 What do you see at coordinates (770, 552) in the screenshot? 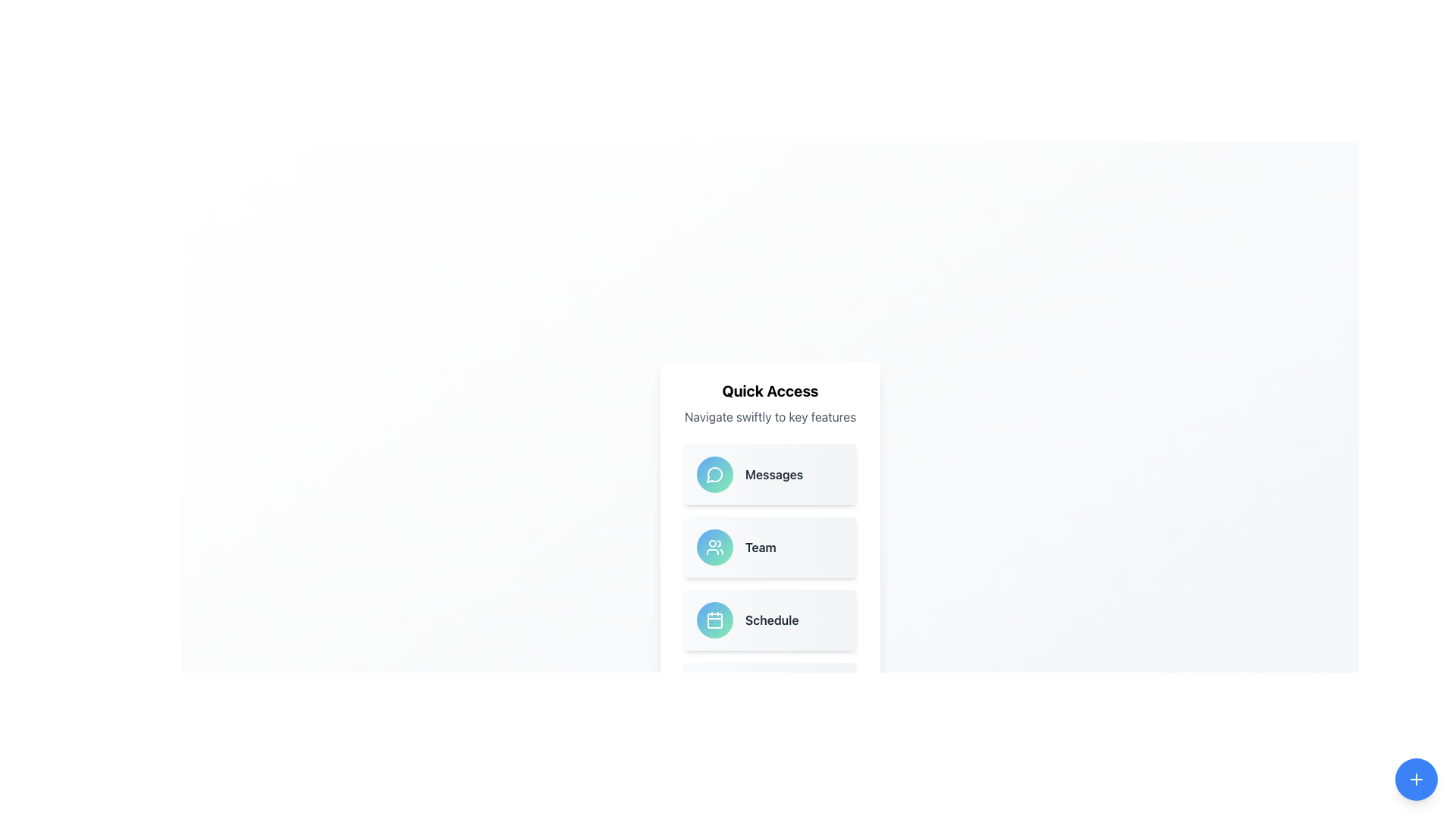
I see `the second interactive card in the vertical stack, which navigates to the 'Team' related page` at bounding box center [770, 552].